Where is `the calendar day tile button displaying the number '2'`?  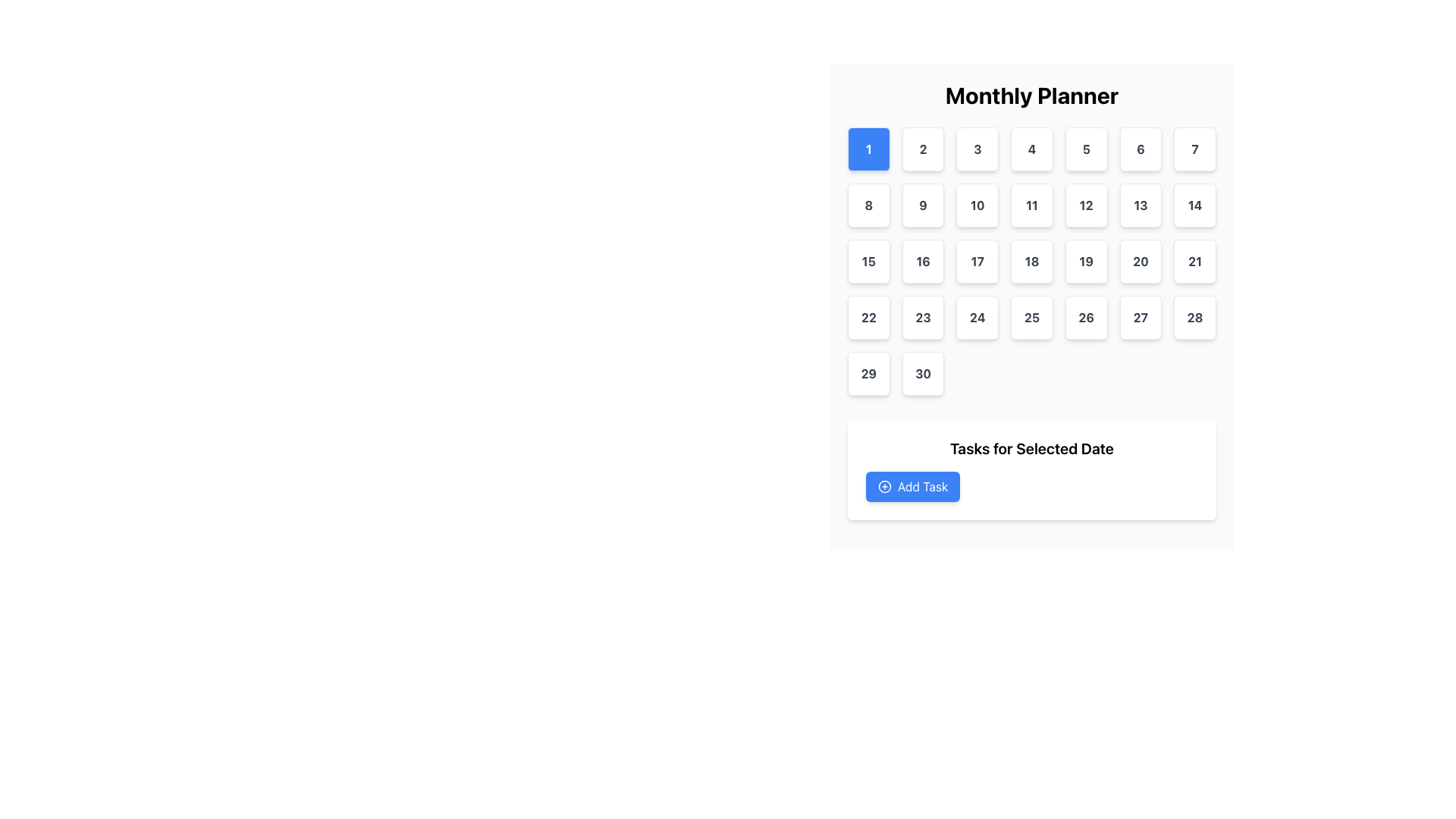
the calendar day tile button displaying the number '2' is located at coordinates (922, 149).